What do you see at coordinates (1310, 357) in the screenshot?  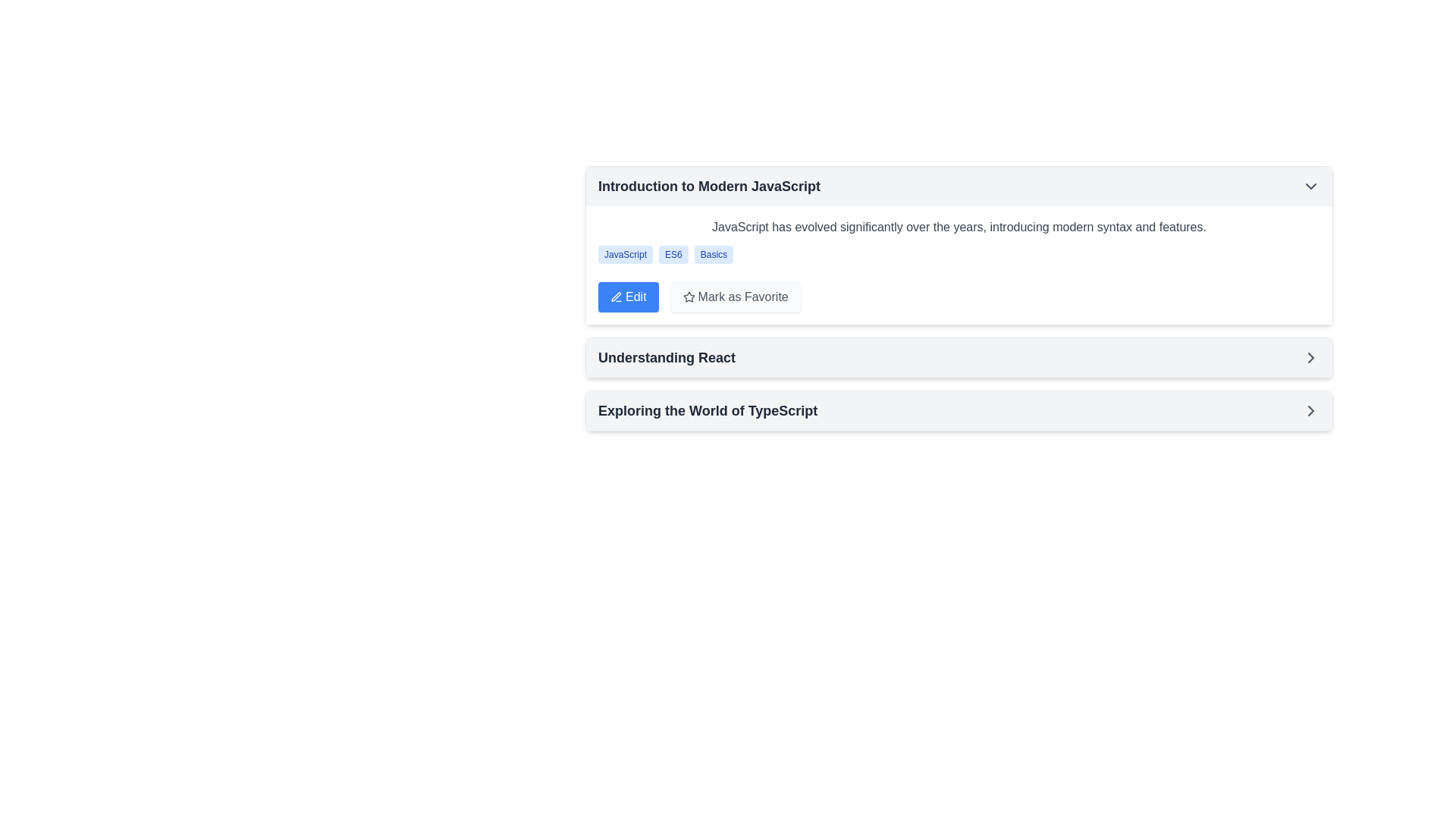 I see `the chevron-shaped button located on the right edge of the 'Exploring the World of TypeScript' section` at bounding box center [1310, 357].